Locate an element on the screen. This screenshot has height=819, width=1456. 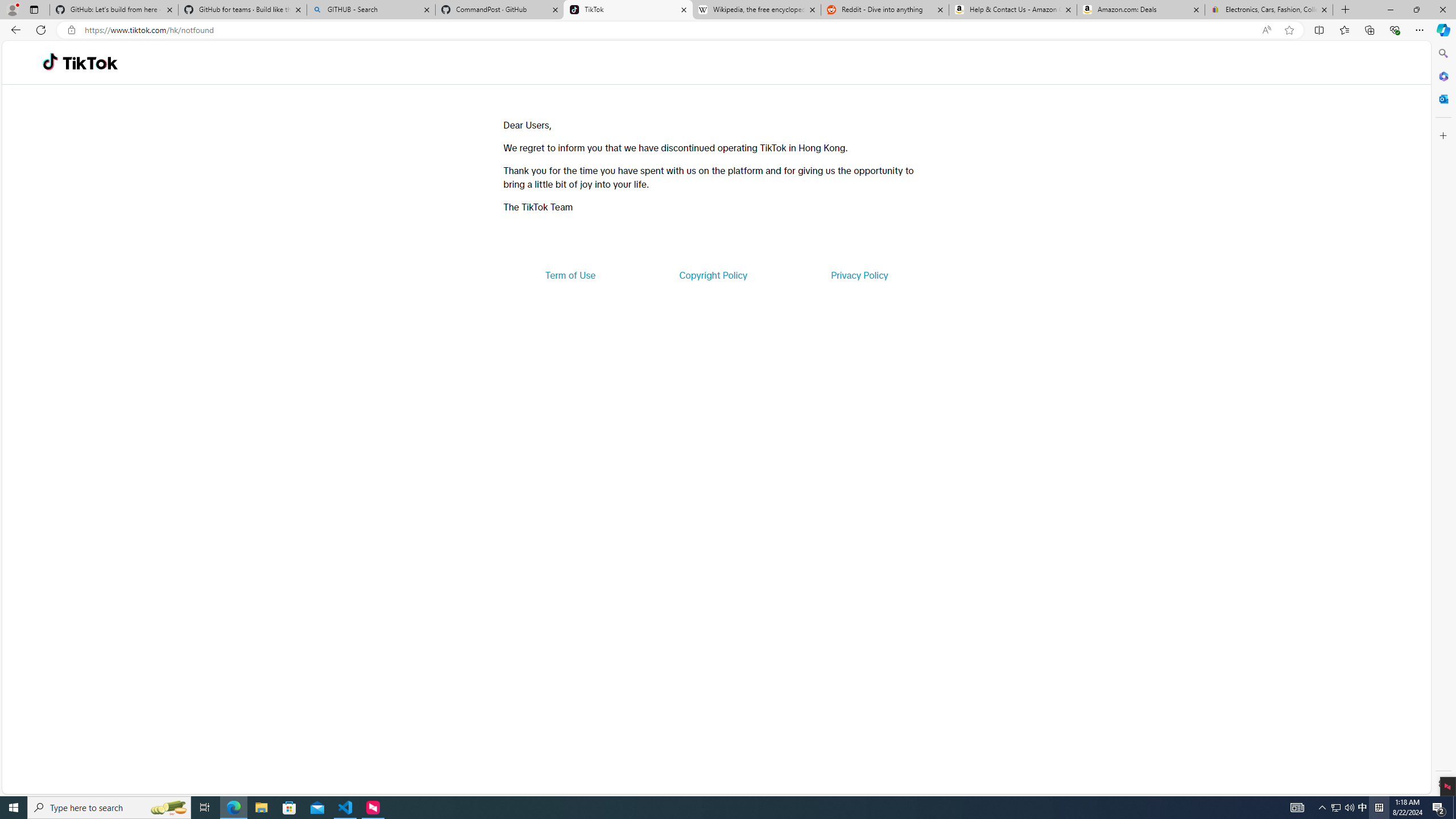
'Copyright Policy' is located at coordinates (712, 274).